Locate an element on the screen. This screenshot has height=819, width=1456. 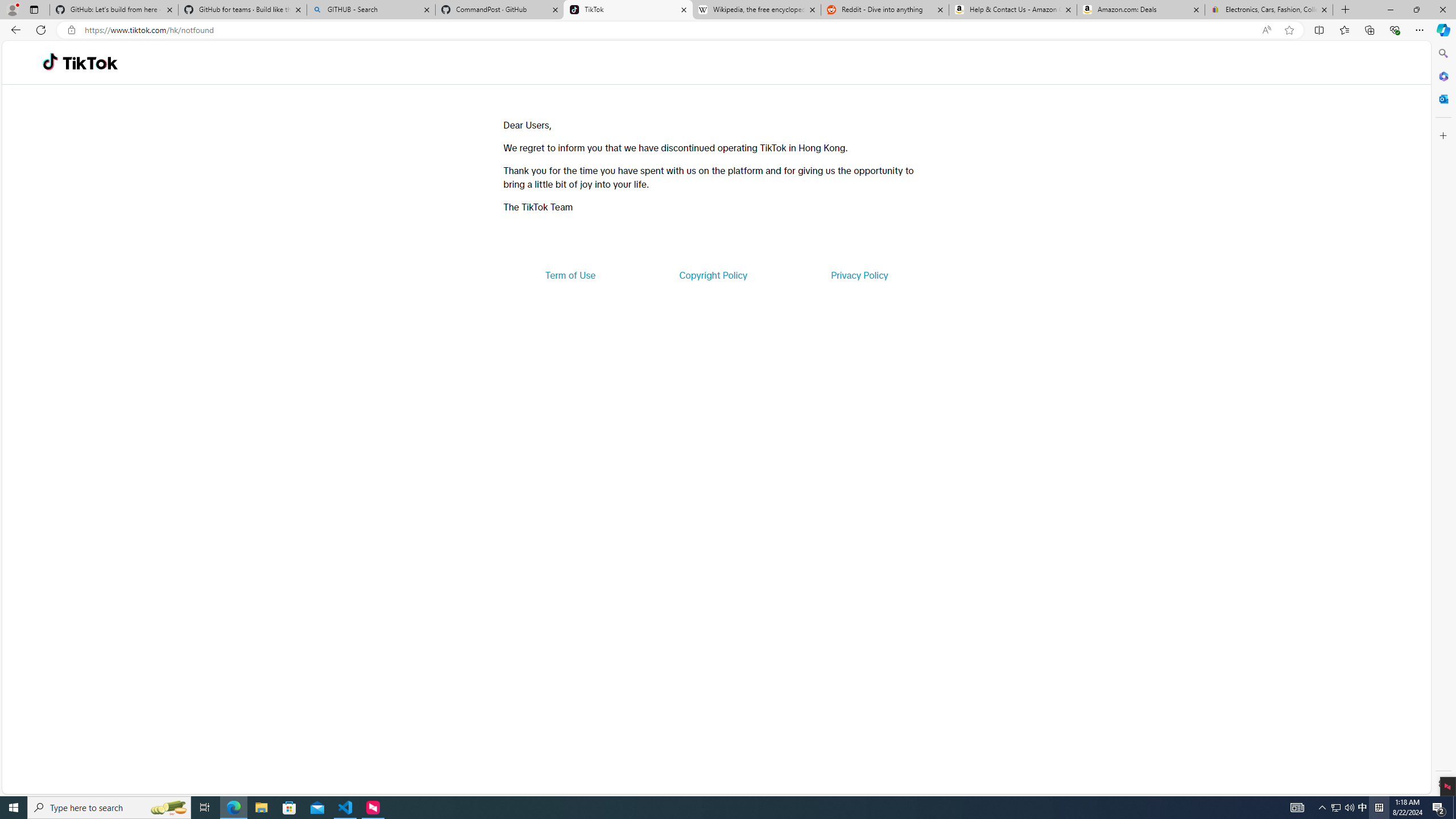
'Copyright Policy' is located at coordinates (712, 274).